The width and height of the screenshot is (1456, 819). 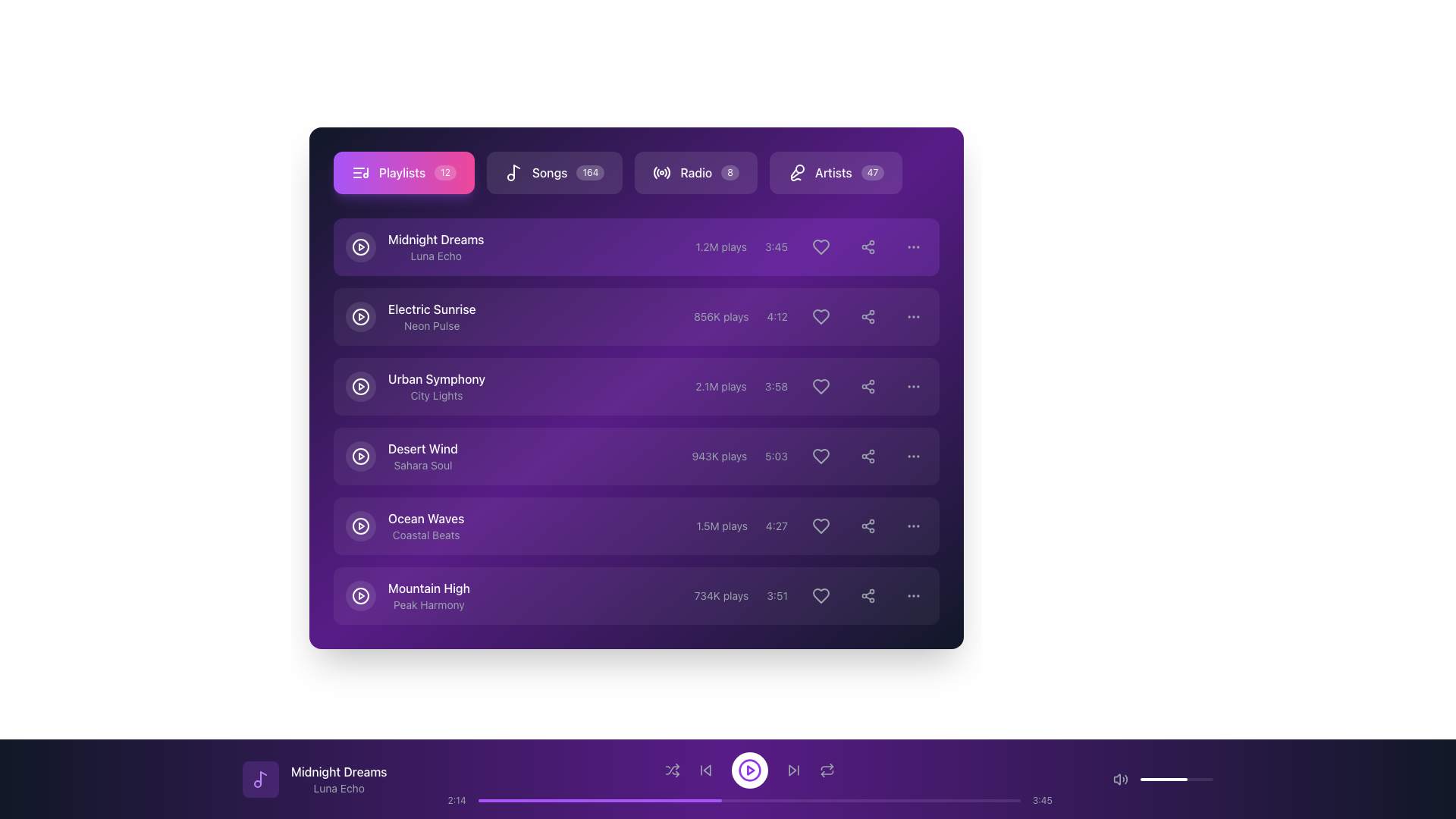 I want to click on the circular share button for the song 'Desert Wind' in the playlist to change its appearance, so click(x=868, y=455).